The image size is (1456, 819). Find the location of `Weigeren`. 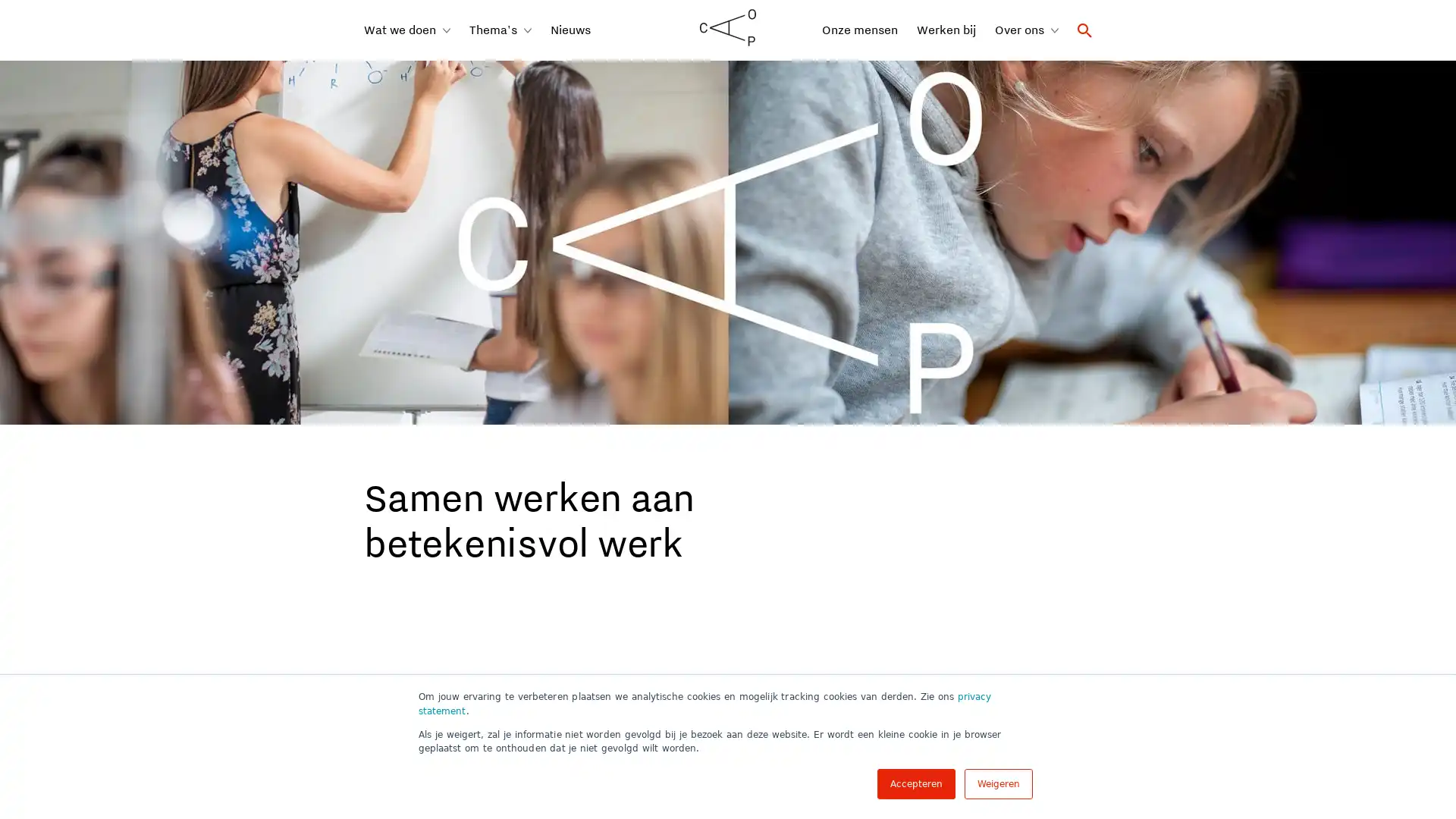

Weigeren is located at coordinates (998, 783).